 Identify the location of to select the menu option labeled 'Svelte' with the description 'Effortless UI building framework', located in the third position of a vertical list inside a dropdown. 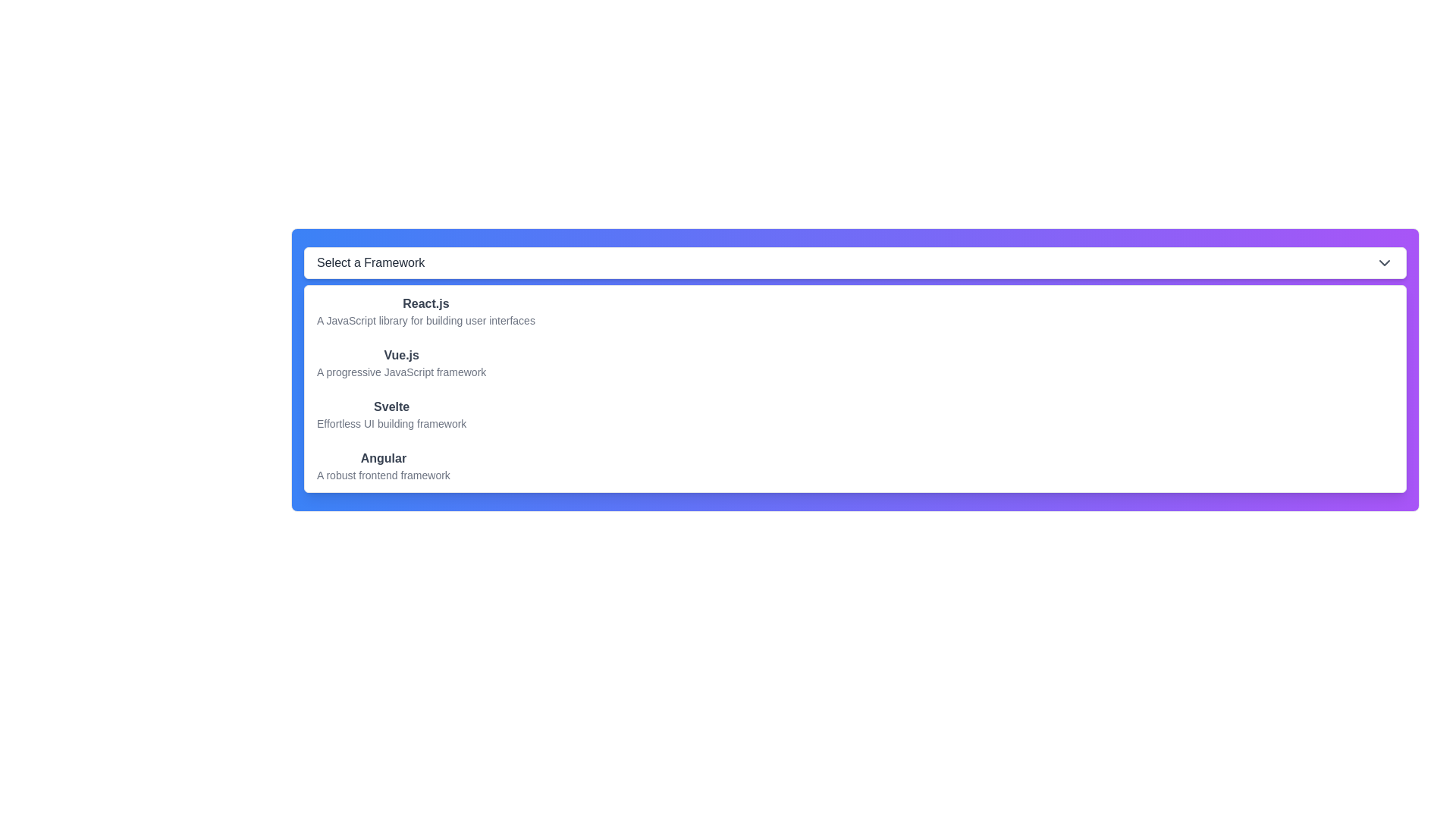
(855, 415).